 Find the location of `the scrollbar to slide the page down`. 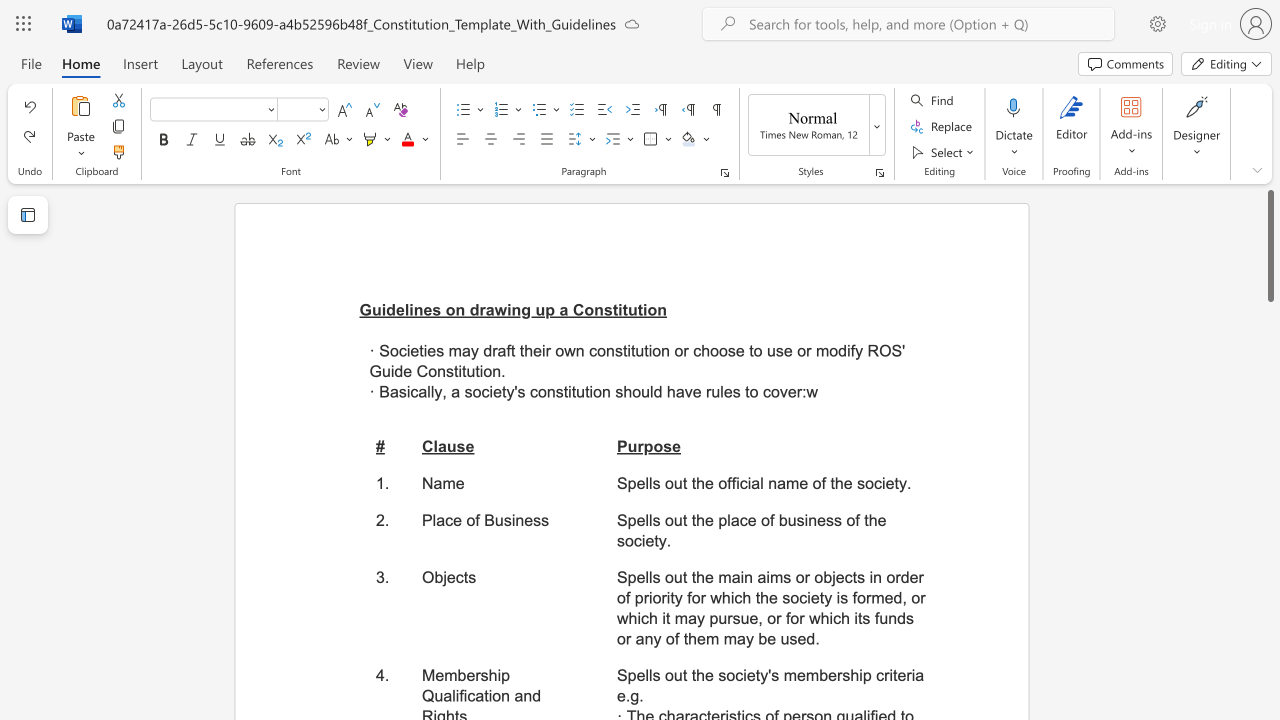

the scrollbar to slide the page down is located at coordinates (1269, 650).